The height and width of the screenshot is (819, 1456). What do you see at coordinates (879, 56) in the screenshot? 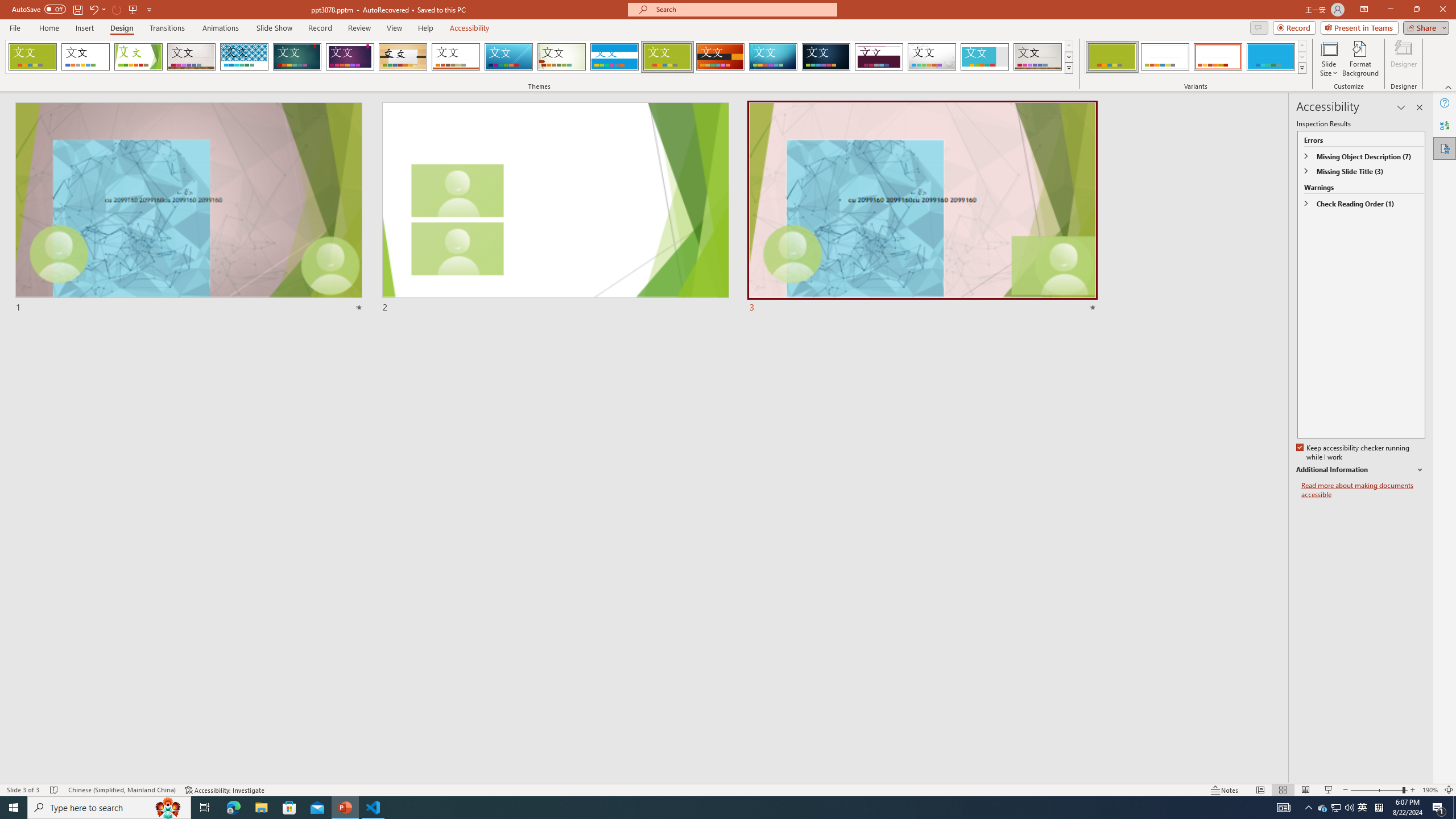
I see `'Dividend'` at bounding box center [879, 56].